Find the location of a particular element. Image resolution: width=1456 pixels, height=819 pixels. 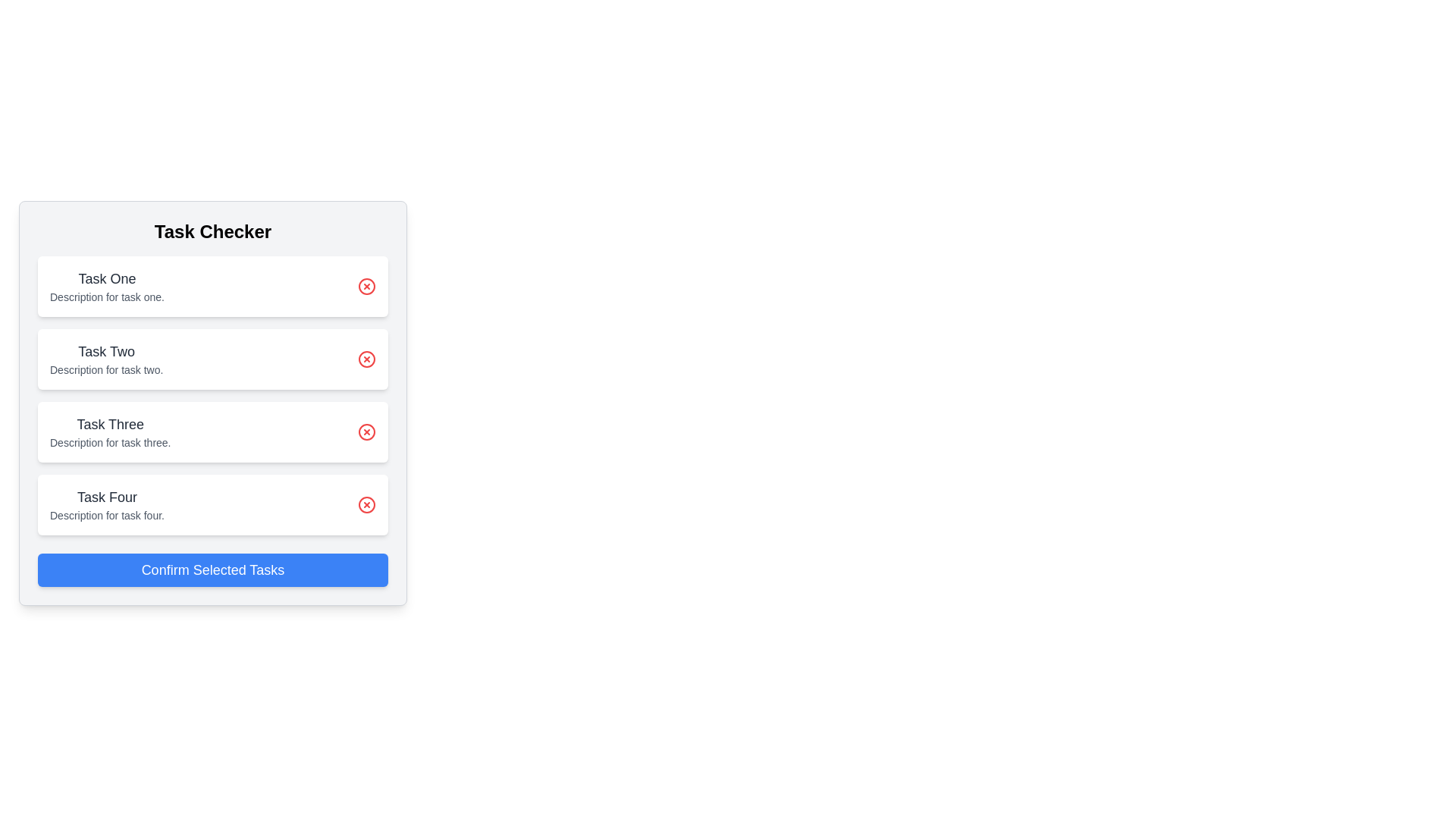

the title label of the task management interface is located at coordinates (212, 231).